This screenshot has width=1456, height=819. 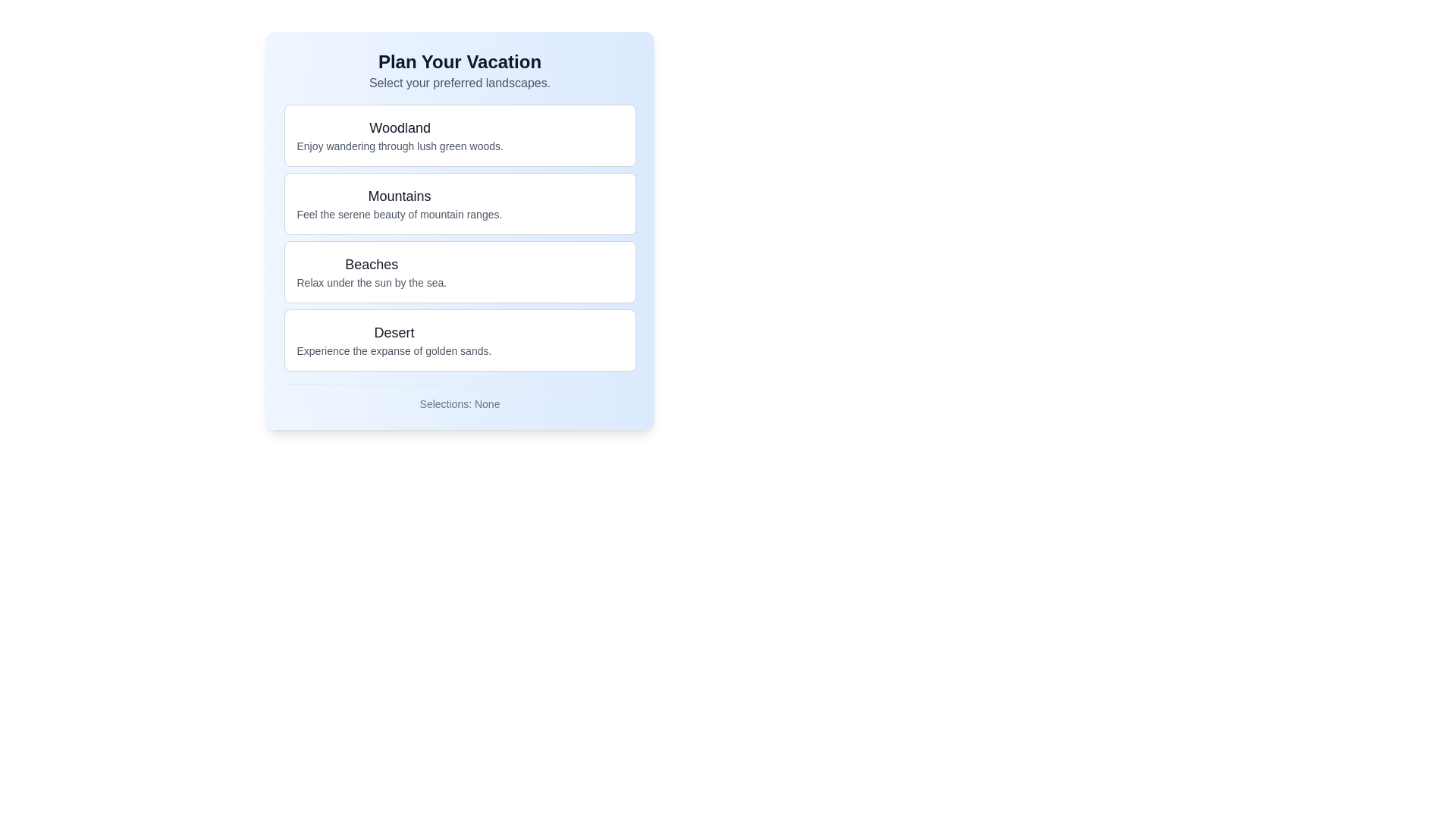 What do you see at coordinates (459, 403) in the screenshot?
I see `text displayed as 'Selections: None' in a small, light font located below the list of selectable options` at bounding box center [459, 403].